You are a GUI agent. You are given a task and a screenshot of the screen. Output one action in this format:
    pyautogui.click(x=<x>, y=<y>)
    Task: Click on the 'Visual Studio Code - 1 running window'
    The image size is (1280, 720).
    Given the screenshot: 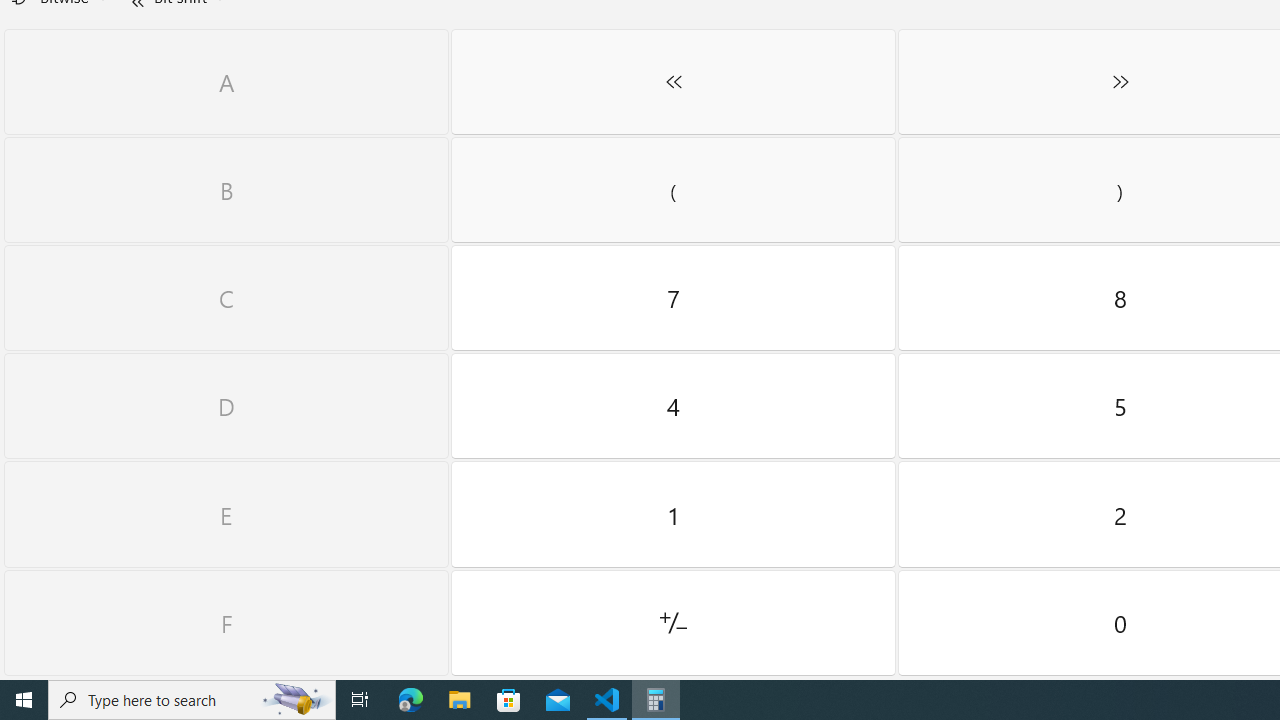 What is the action you would take?
    pyautogui.click(x=606, y=698)
    